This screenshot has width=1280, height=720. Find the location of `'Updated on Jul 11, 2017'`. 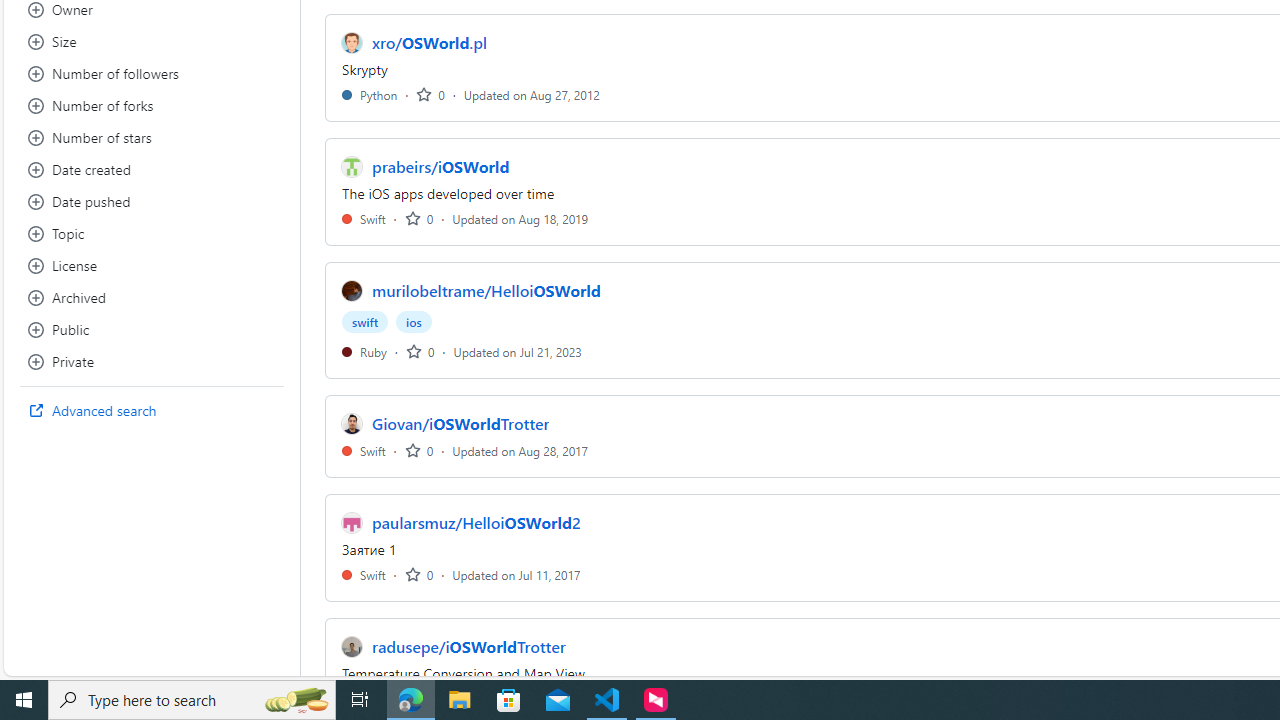

'Updated on Jul 11, 2017' is located at coordinates (516, 574).